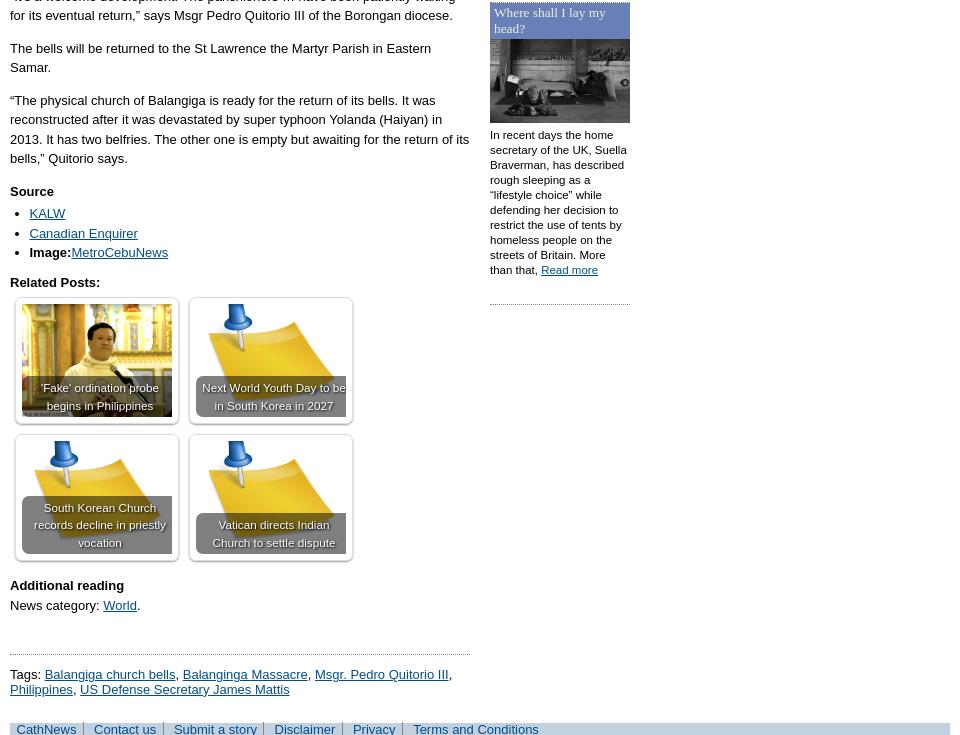 The width and height of the screenshot is (960, 735). I want to click on 'Additional reading', so click(67, 585).